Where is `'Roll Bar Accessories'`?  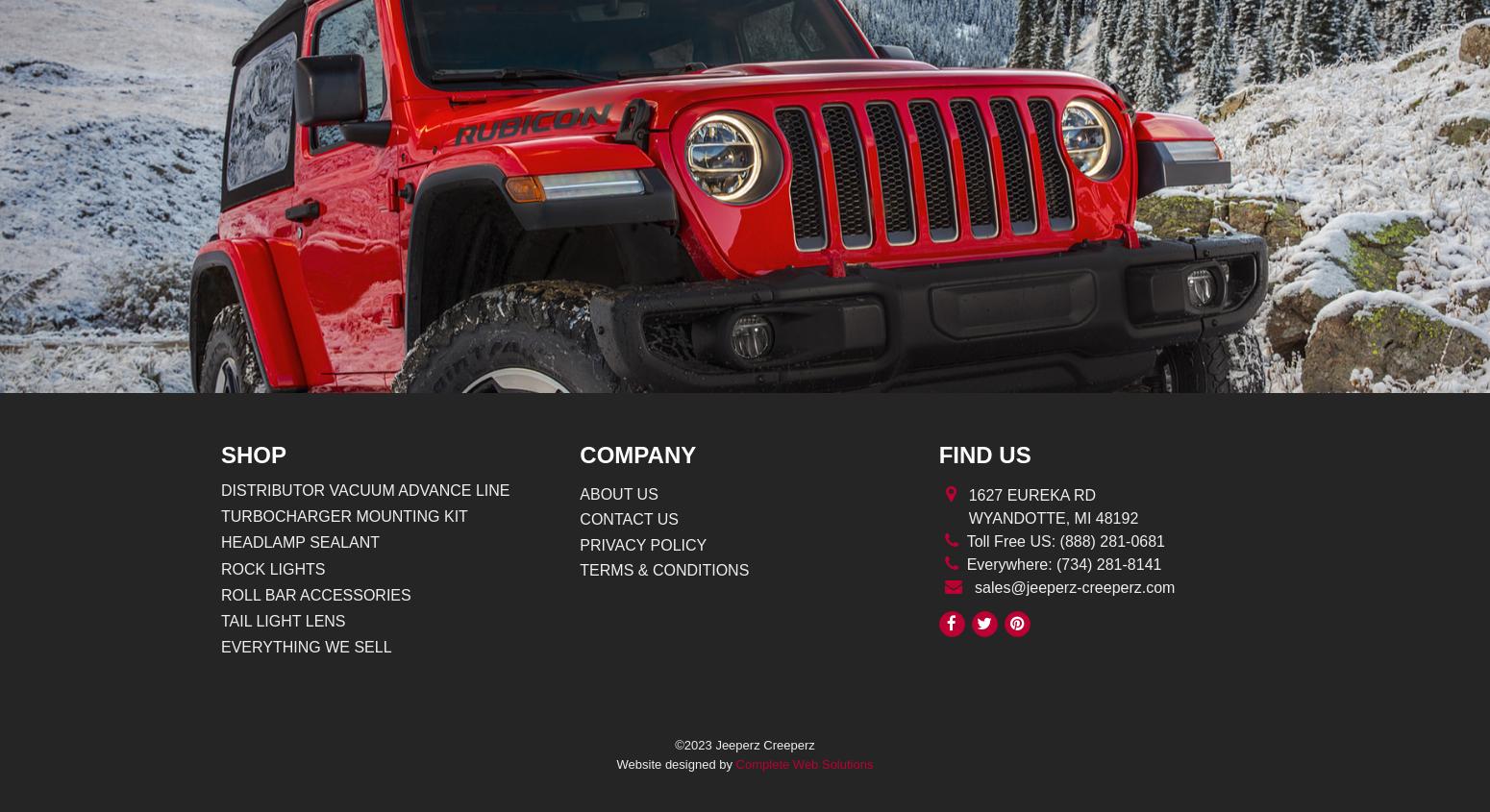 'Roll Bar Accessories' is located at coordinates (220, 594).